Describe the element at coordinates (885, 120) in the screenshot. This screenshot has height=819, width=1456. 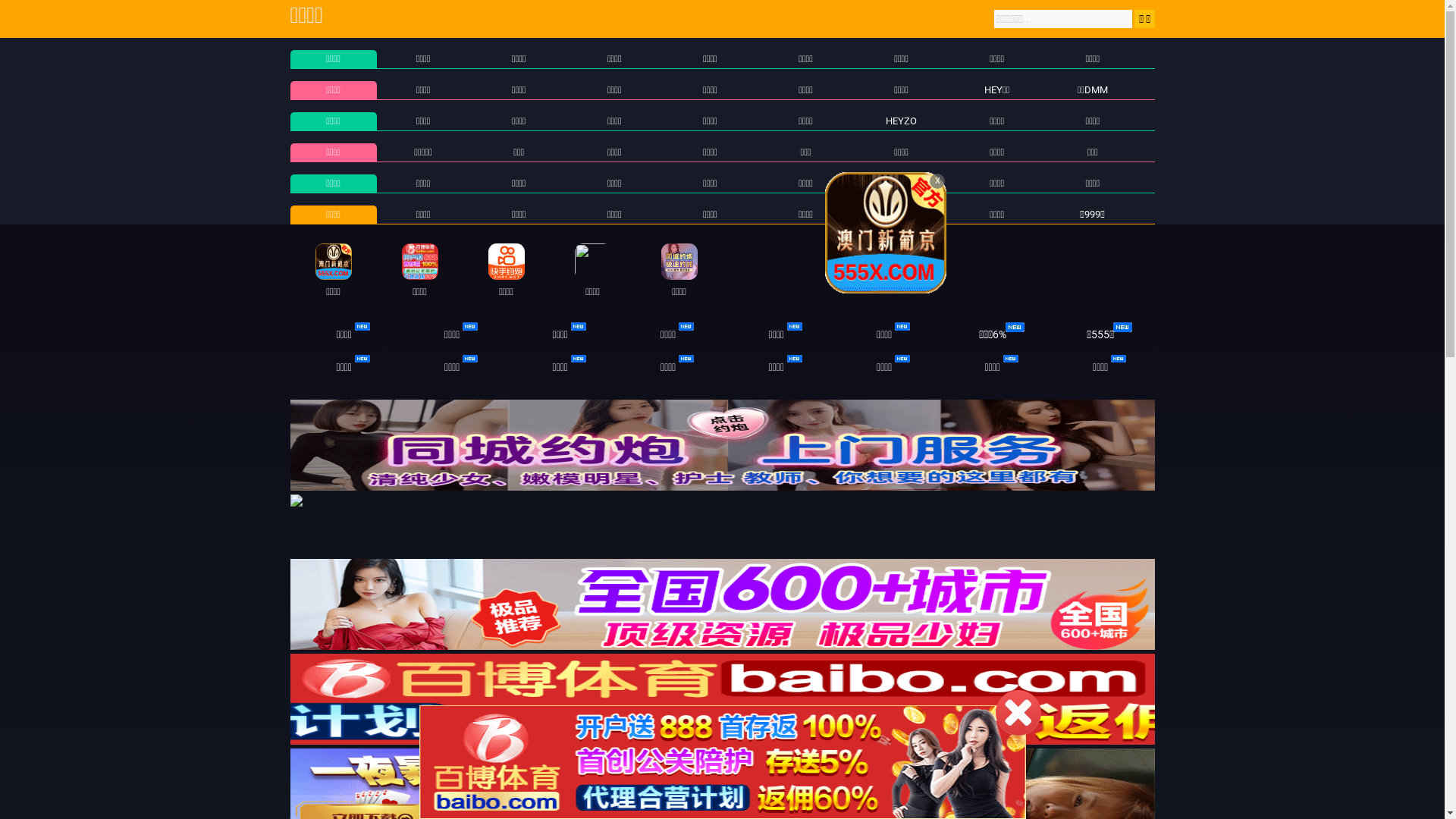
I see `'HEYZO'` at that location.